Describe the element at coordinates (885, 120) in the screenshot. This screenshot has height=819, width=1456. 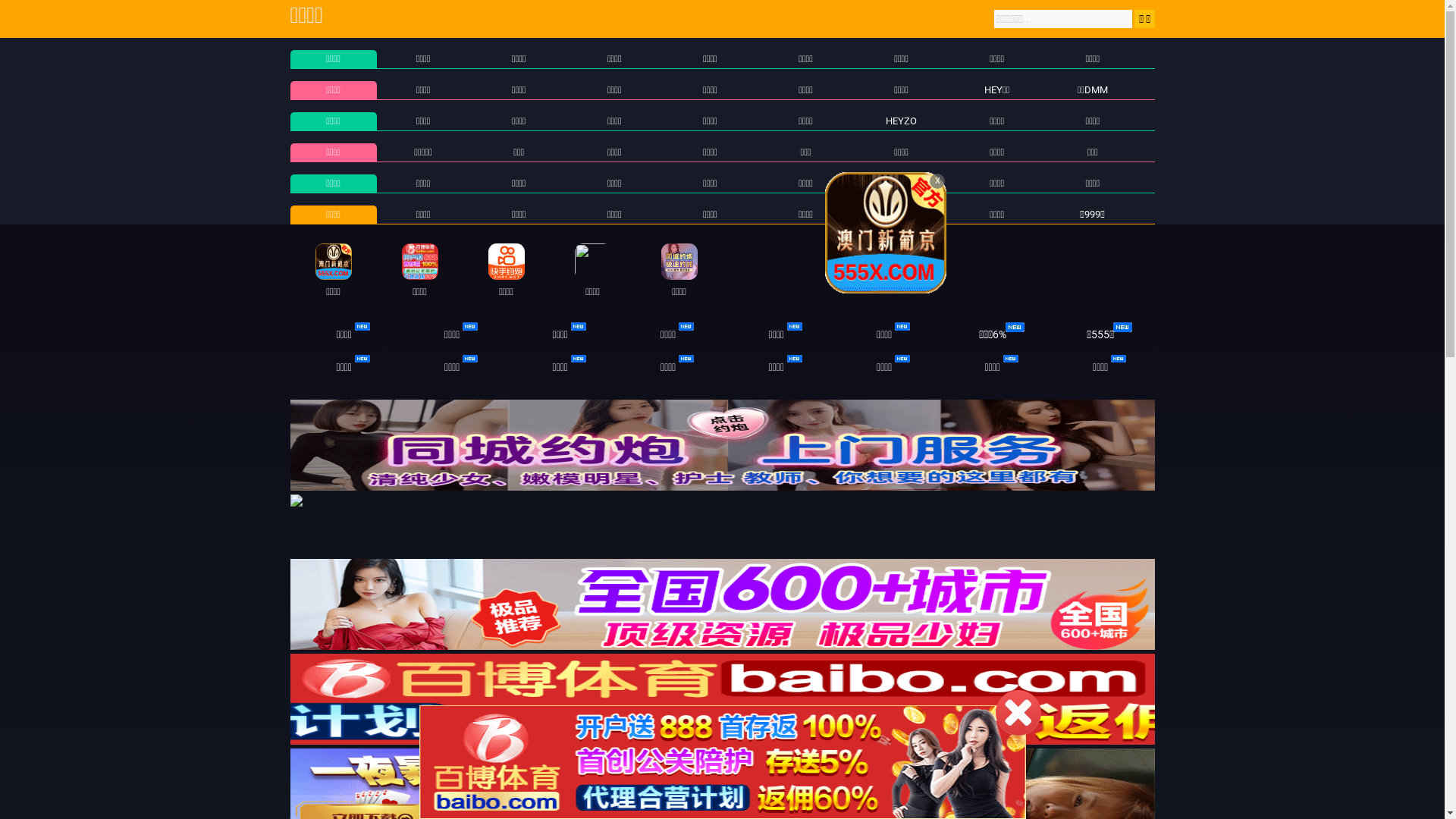
I see `'HEYZO'` at that location.